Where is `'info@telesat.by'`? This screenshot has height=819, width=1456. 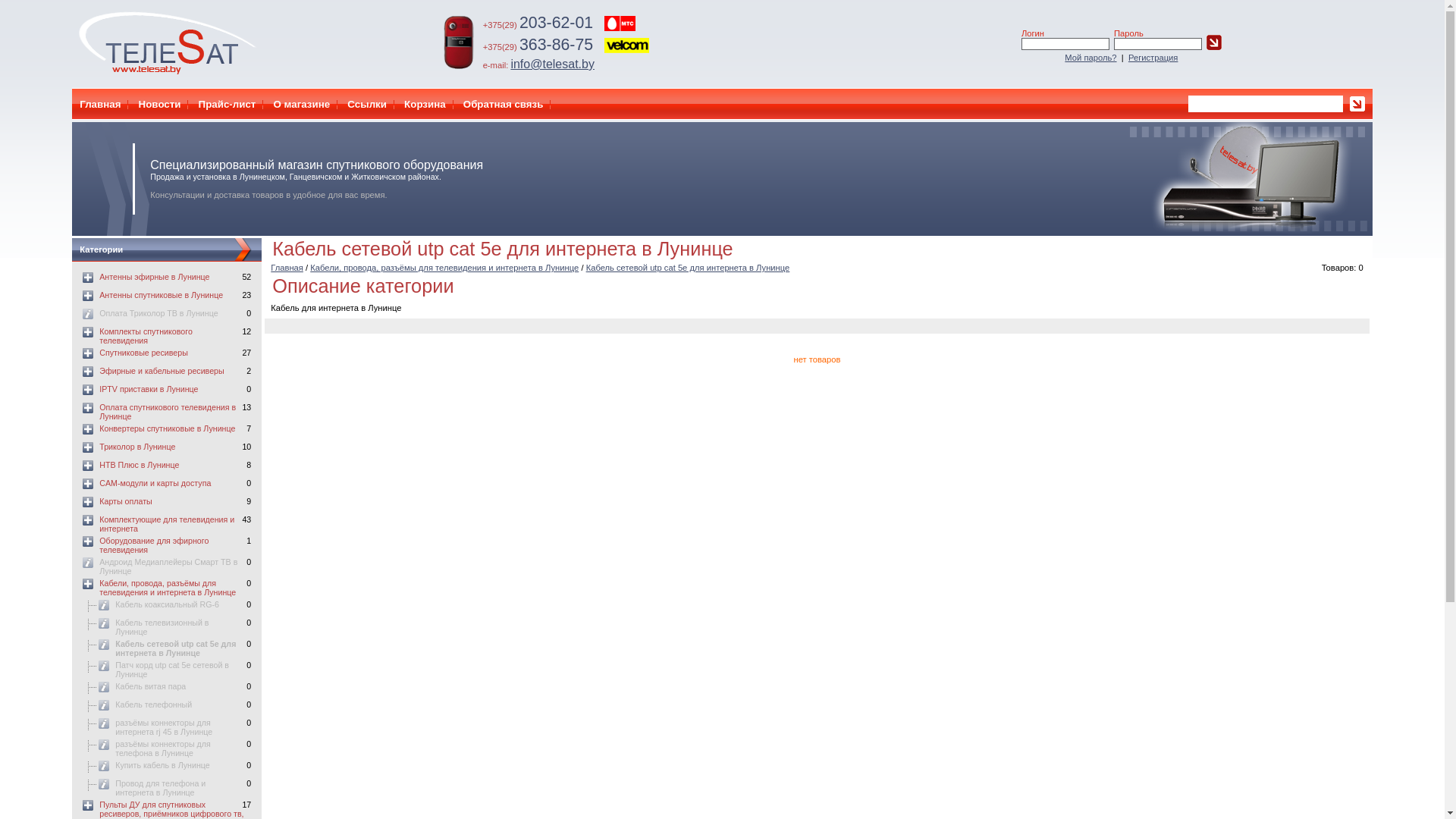
'info@telesat.by' is located at coordinates (551, 63).